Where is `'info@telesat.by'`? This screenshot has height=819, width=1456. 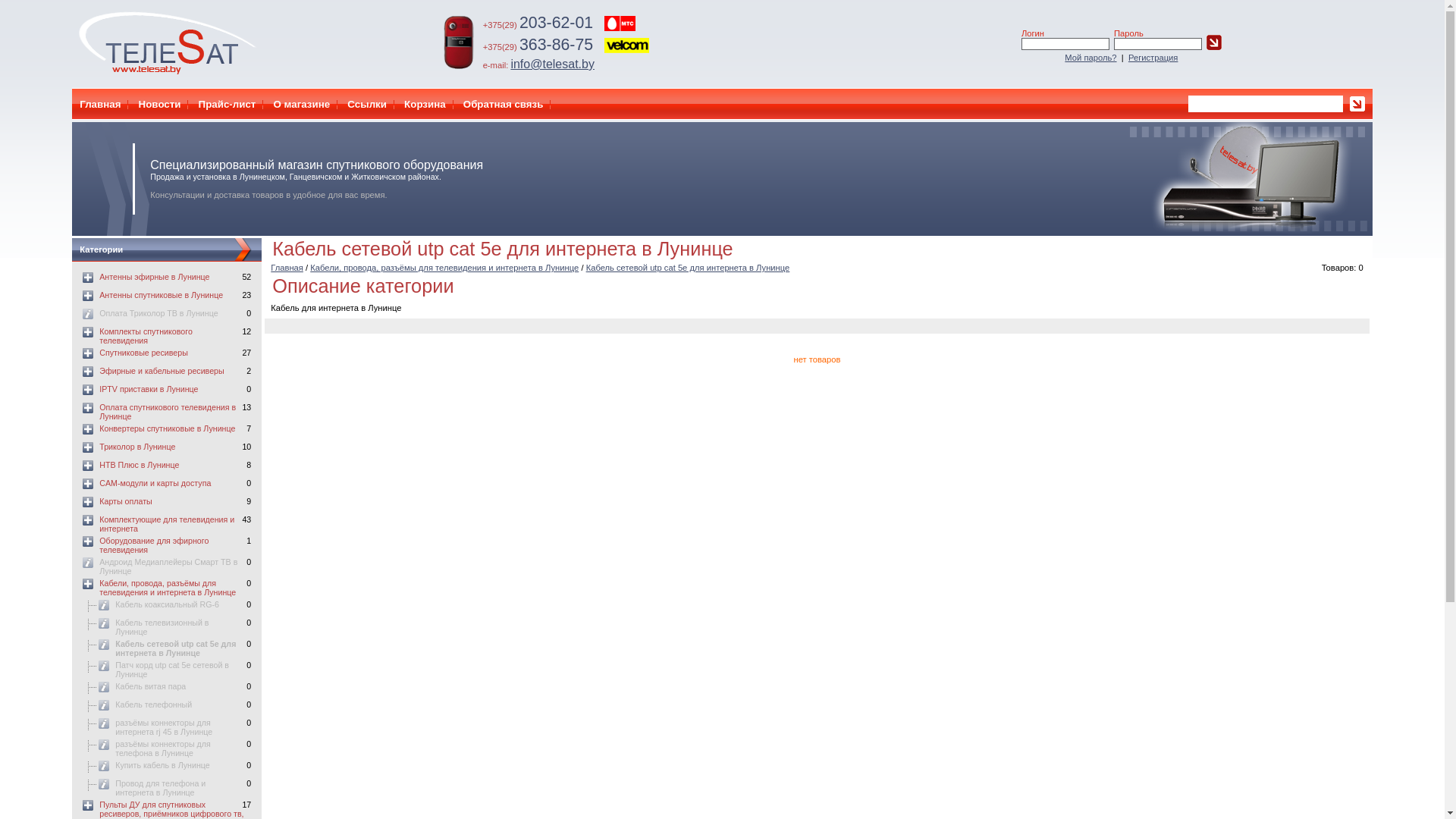
'info@telesat.by' is located at coordinates (551, 63).